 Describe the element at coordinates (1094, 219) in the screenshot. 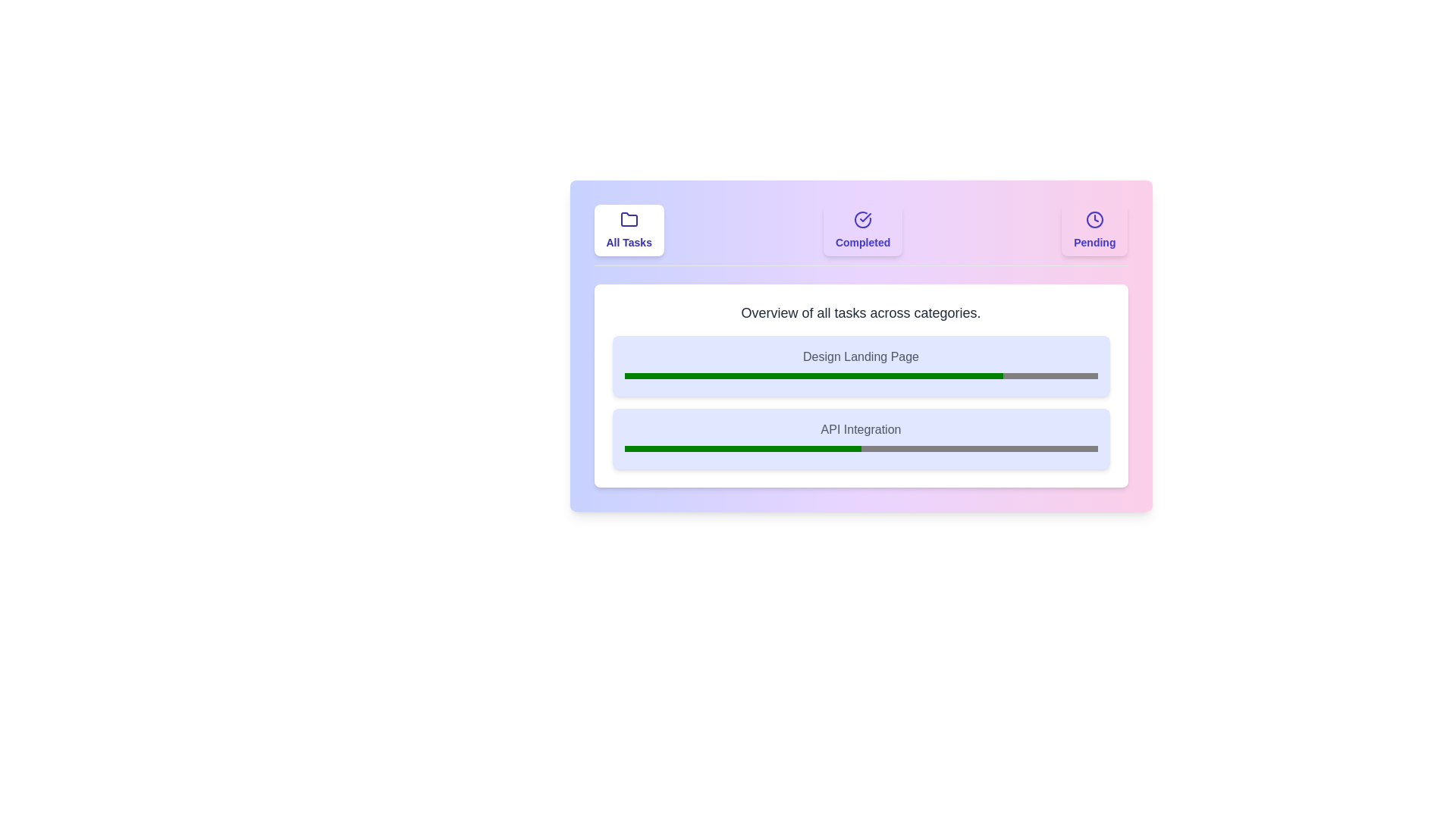

I see `the circular clock icon with a blue stroke located above the 'Pending' button at the top-right corner of the interface` at that location.